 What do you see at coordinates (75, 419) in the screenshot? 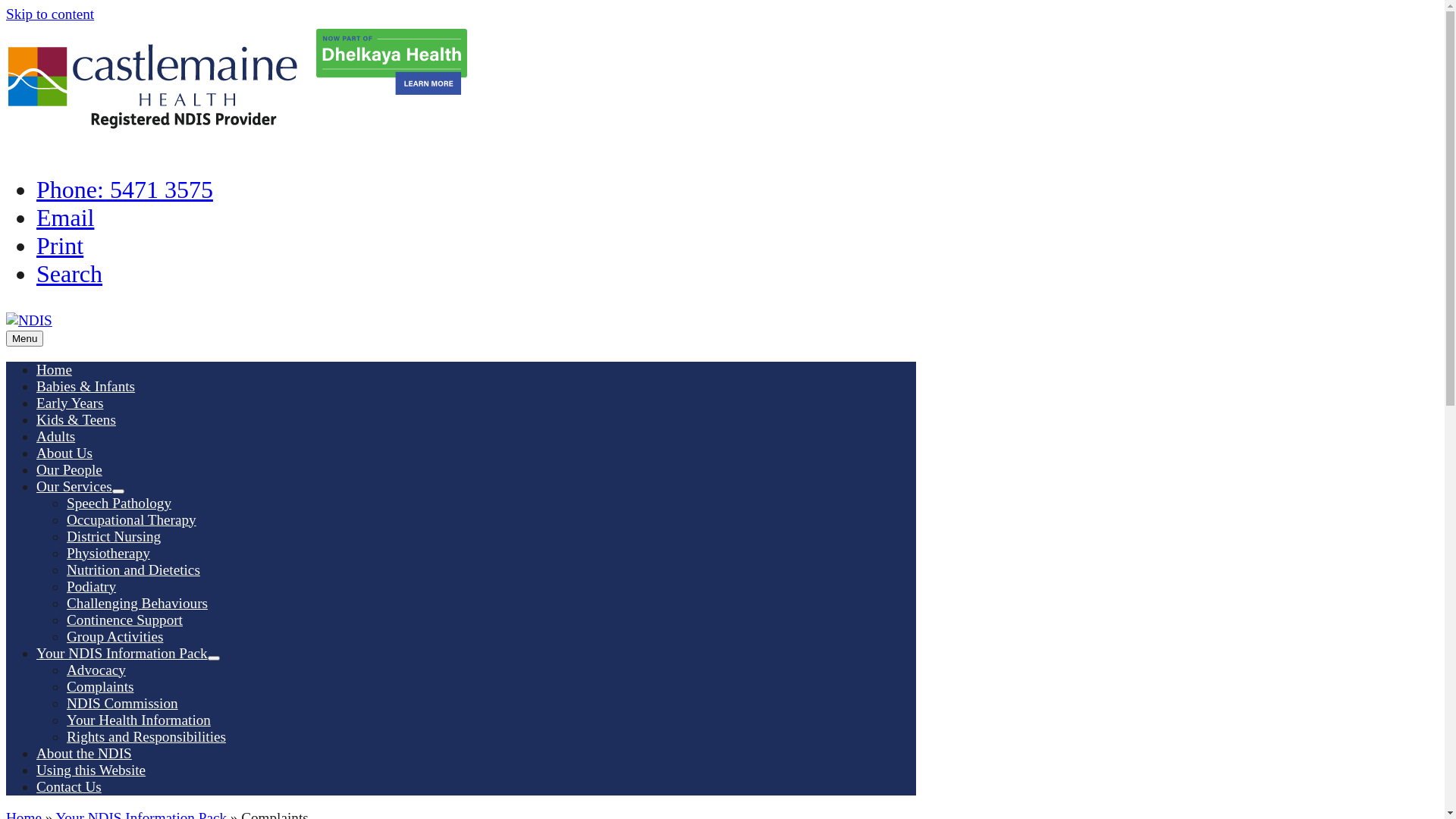
I see `'Kids & Teens'` at bounding box center [75, 419].